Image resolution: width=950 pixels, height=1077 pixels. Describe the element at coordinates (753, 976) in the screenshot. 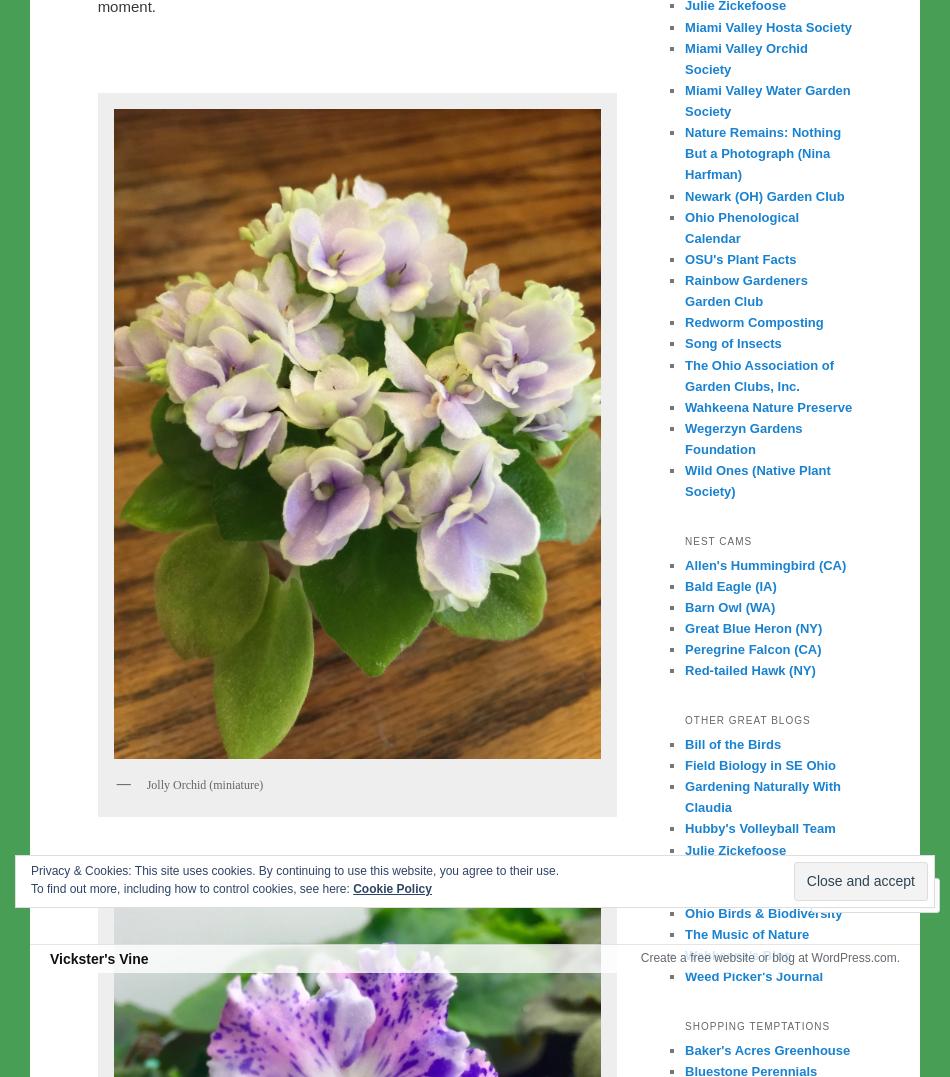

I see `'Weed Picker's Journal'` at that location.